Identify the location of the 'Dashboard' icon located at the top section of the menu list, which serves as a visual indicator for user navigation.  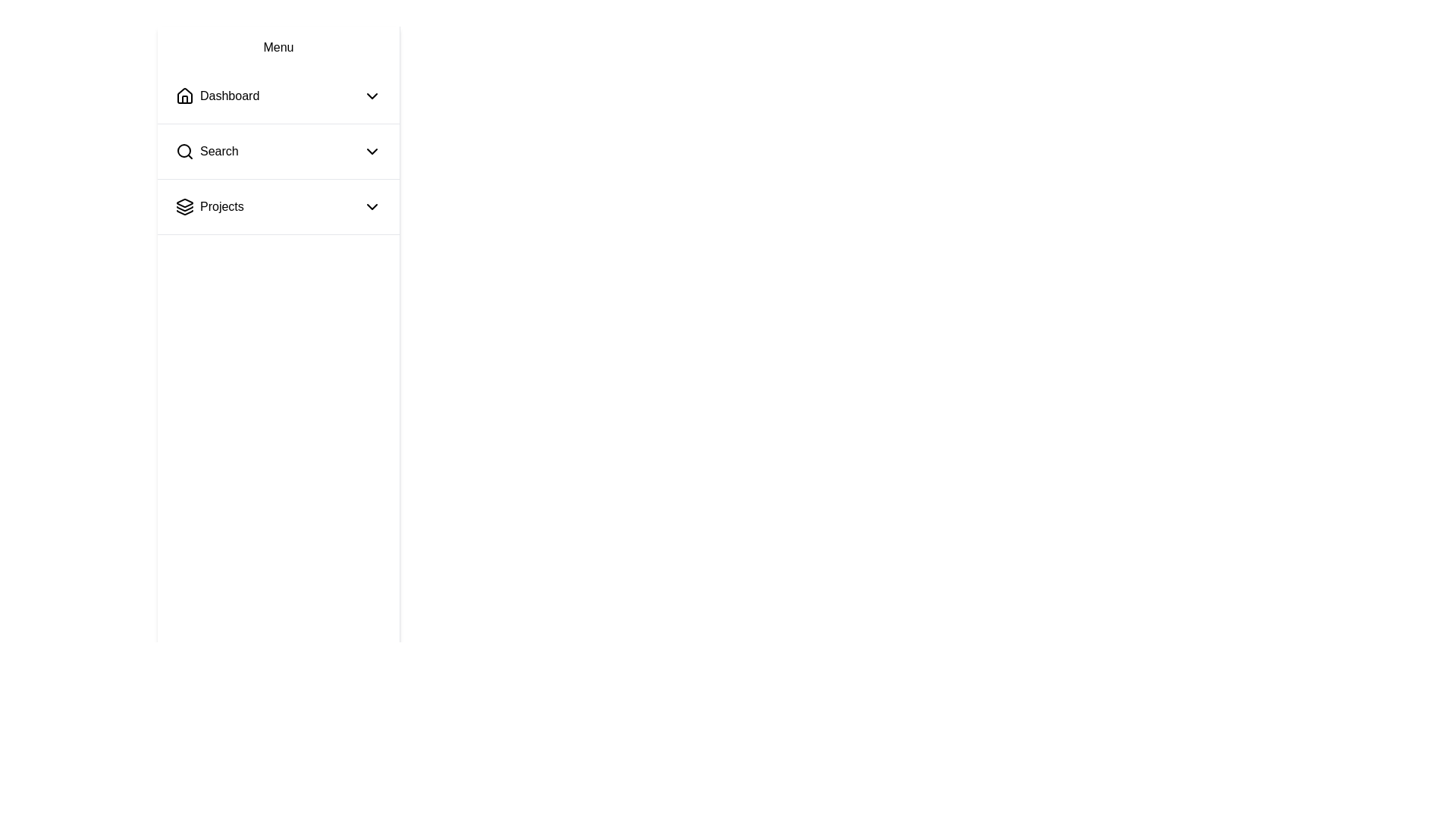
(184, 96).